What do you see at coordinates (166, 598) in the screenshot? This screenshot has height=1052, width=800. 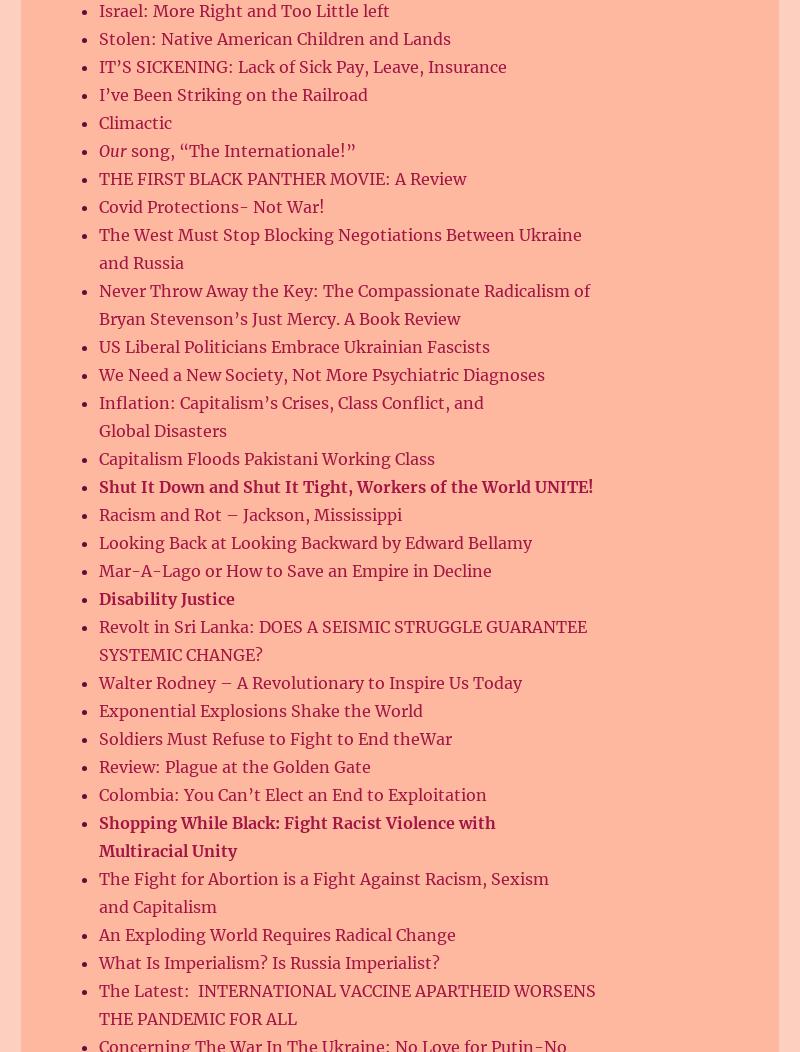 I see `'Disability Justice'` at bounding box center [166, 598].